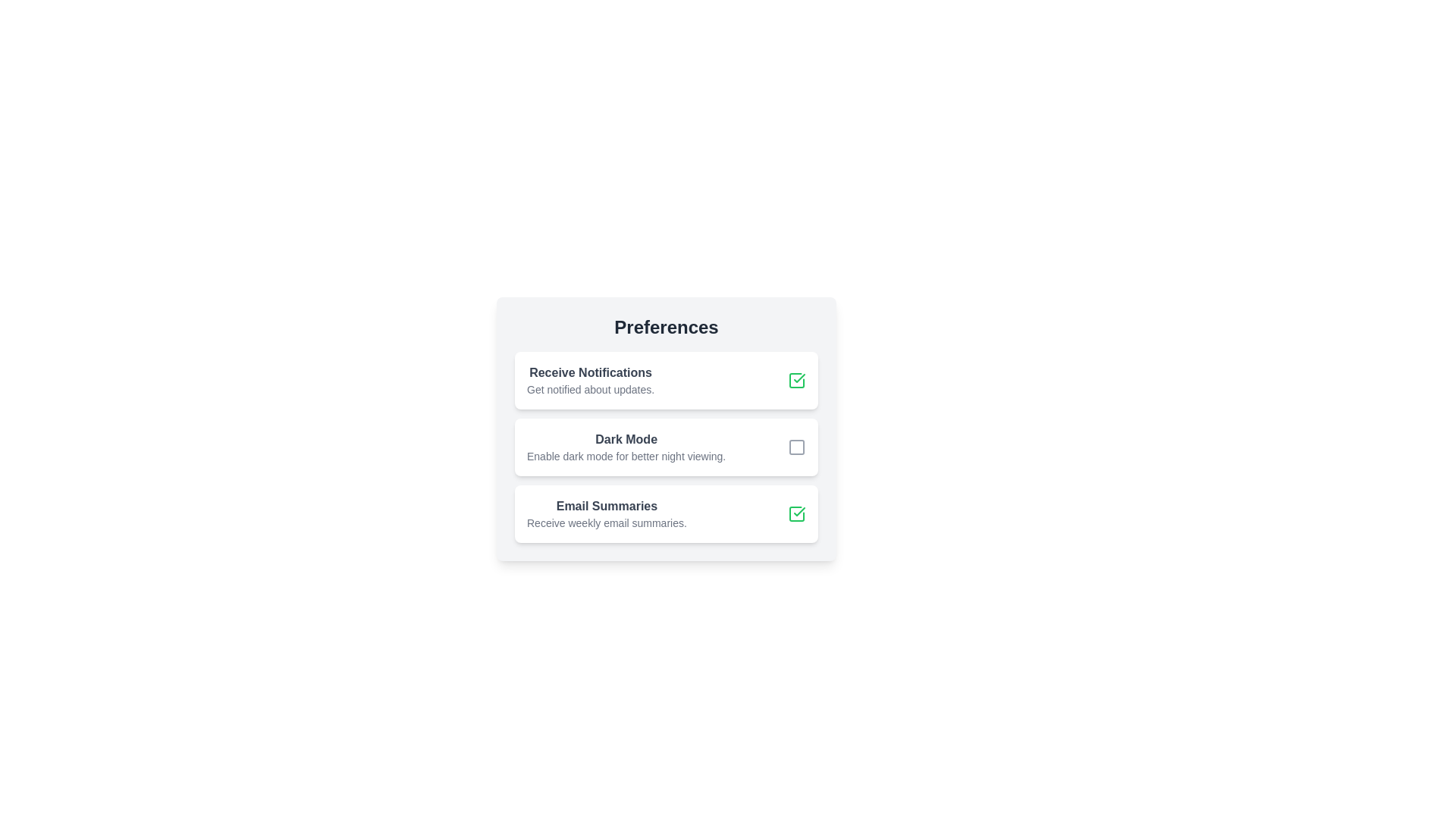 The height and width of the screenshot is (819, 1456). What do you see at coordinates (607, 513) in the screenshot?
I see `text content of the 'Email Summaries' preference, which is the third item in the list located below the 'Dark Mode' option` at bounding box center [607, 513].